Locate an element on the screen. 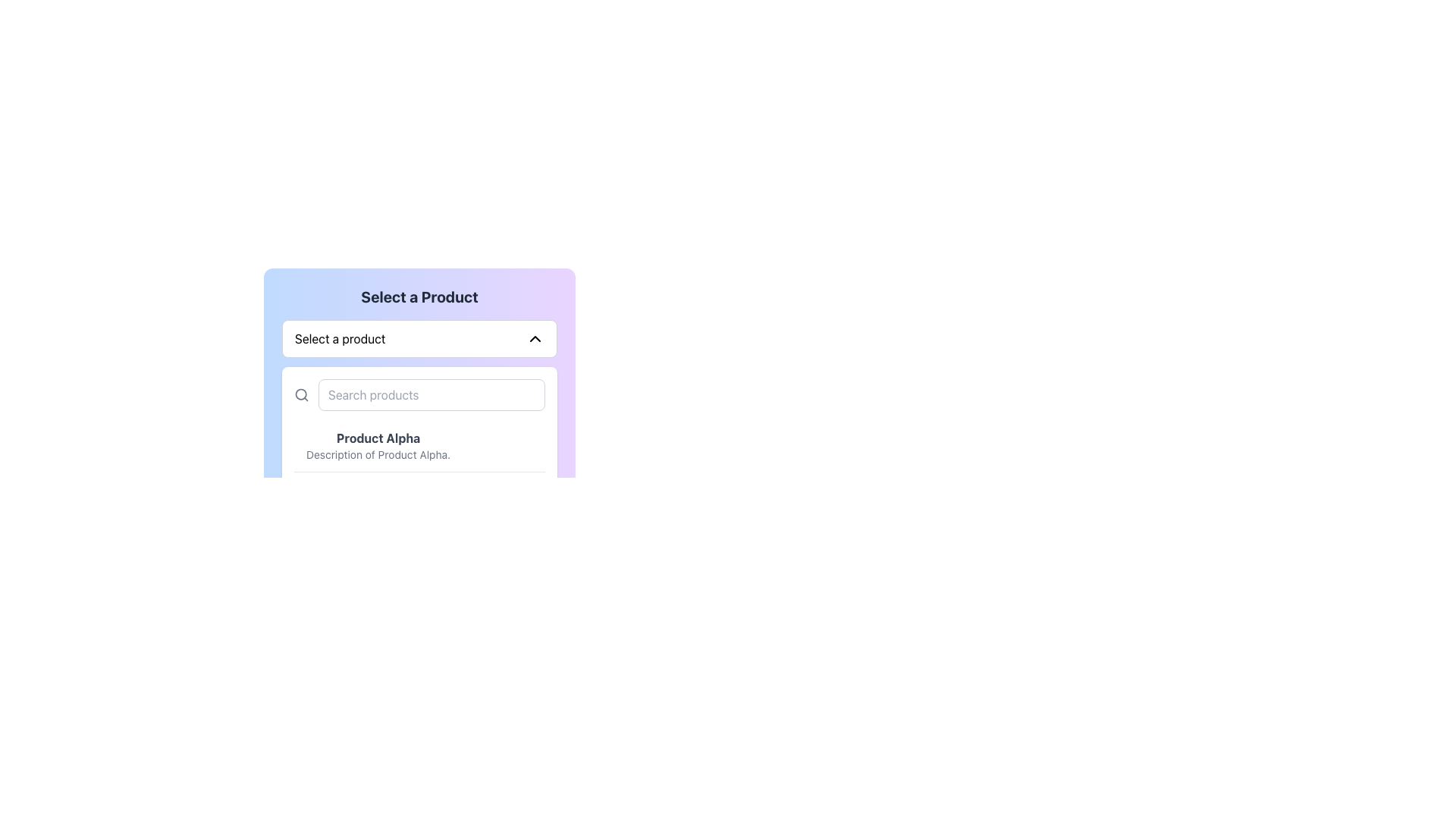 The width and height of the screenshot is (1456, 819). the dropdown in the interactive product selection interface is located at coordinates (419, 438).